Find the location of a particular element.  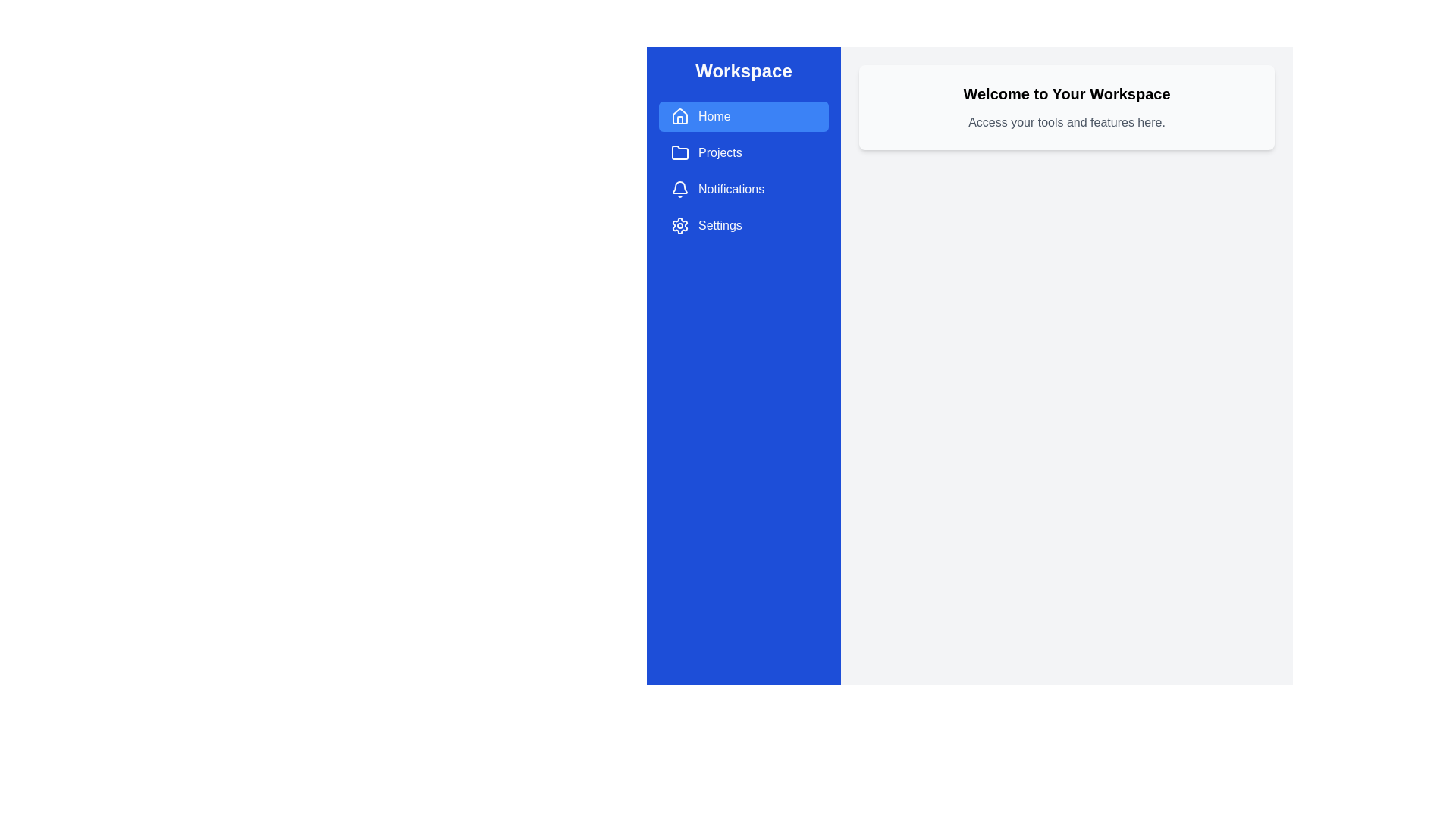

the cogwheel icon is located at coordinates (679, 225).